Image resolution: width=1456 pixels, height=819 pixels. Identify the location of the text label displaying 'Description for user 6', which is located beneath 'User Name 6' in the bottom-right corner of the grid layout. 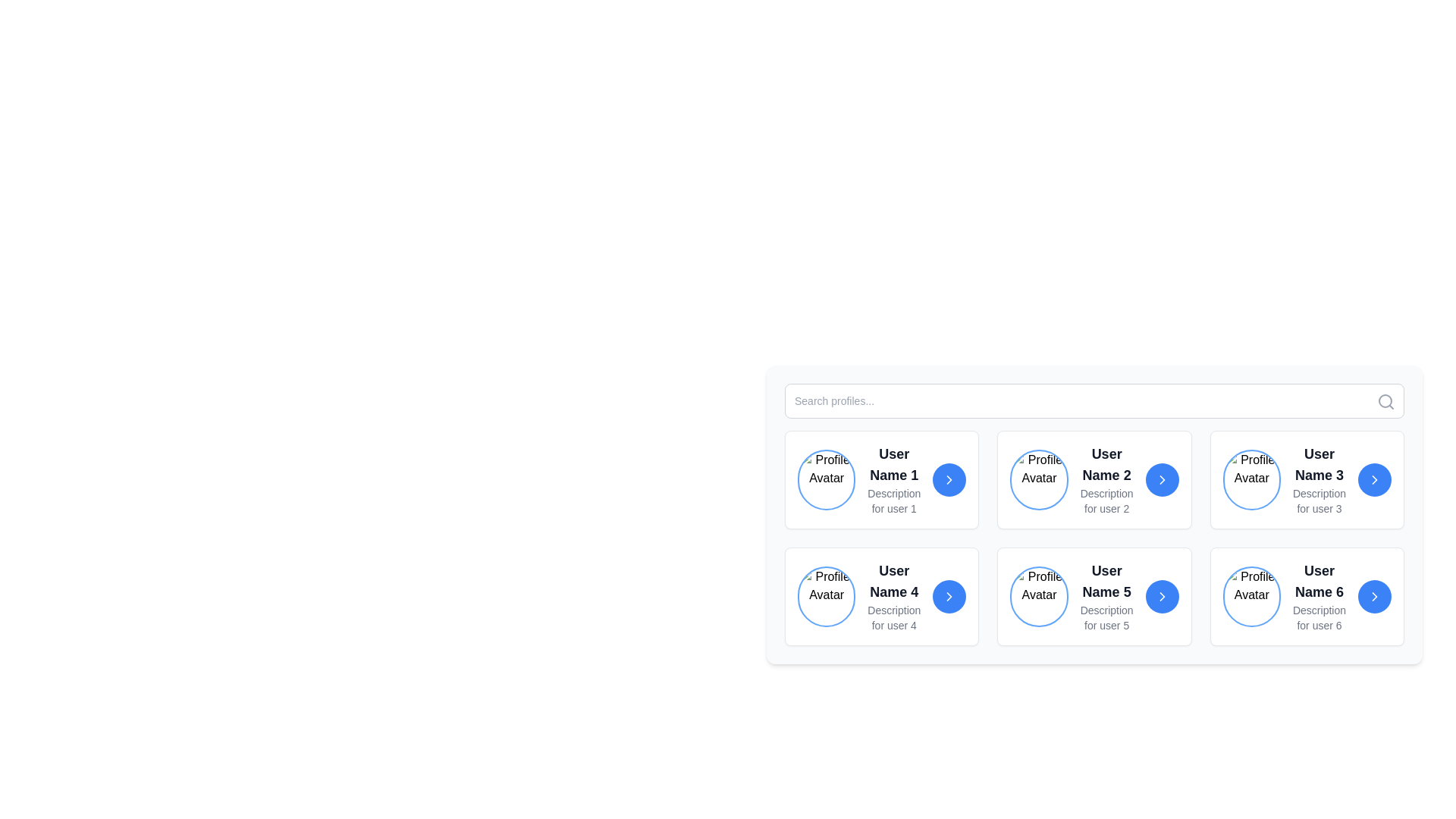
(1318, 617).